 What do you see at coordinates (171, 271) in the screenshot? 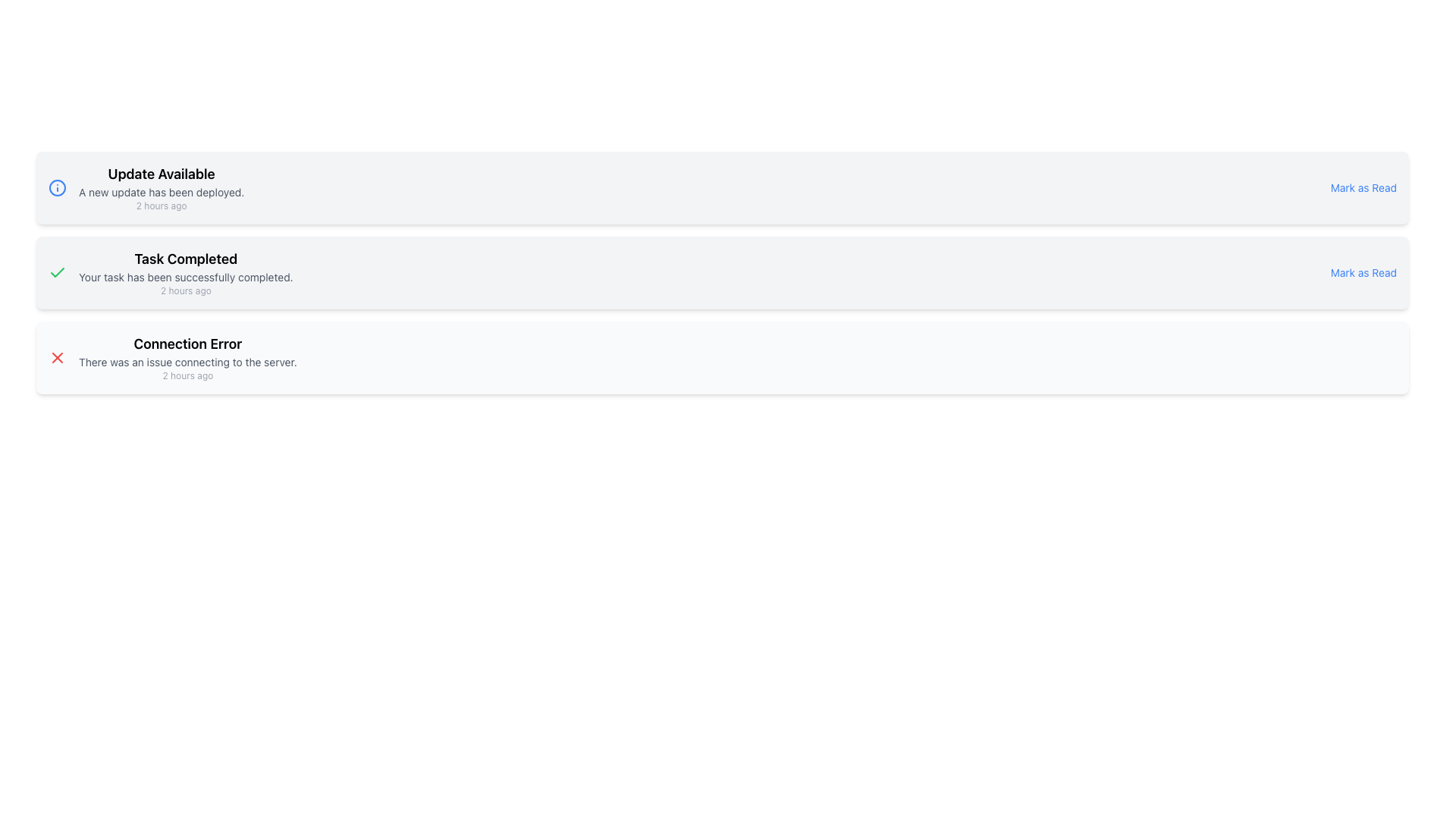
I see `the 'Task Completed' notification element to copy or select the text, which includes the title, description, and timestamp` at bounding box center [171, 271].